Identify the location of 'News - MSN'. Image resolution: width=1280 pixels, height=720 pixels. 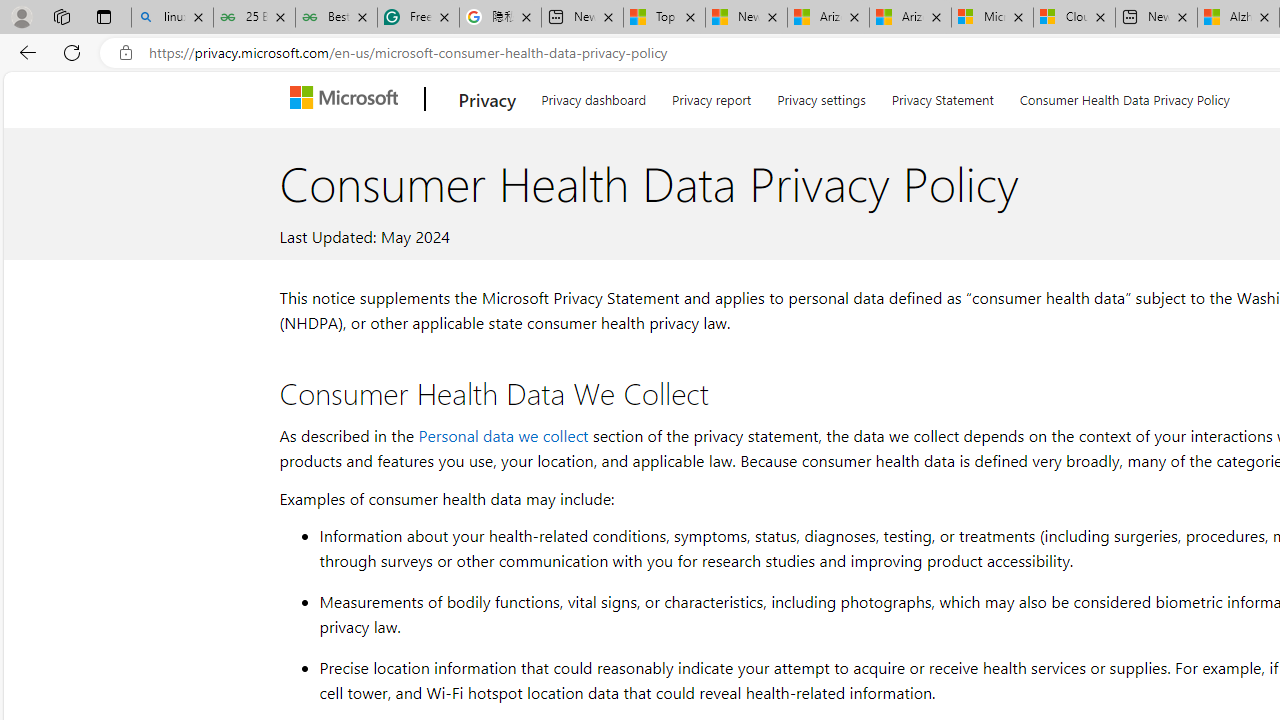
(745, 17).